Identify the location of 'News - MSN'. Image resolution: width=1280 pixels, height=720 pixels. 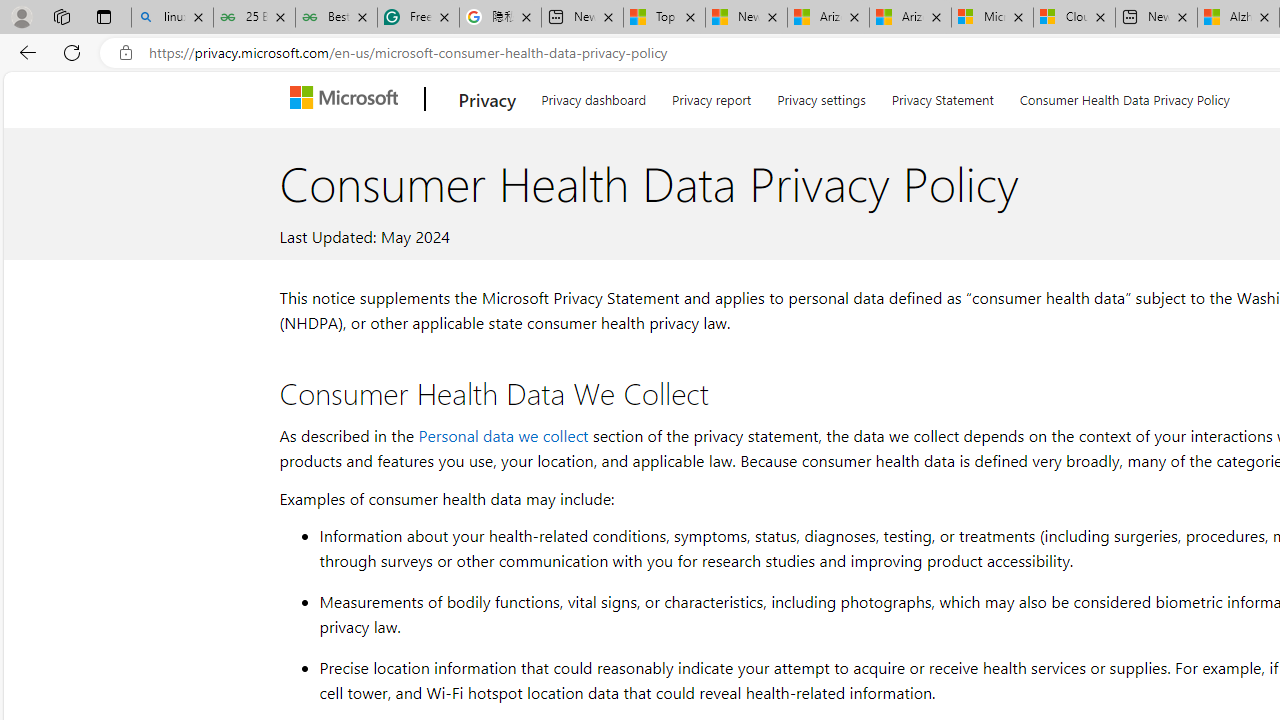
(745, 17).